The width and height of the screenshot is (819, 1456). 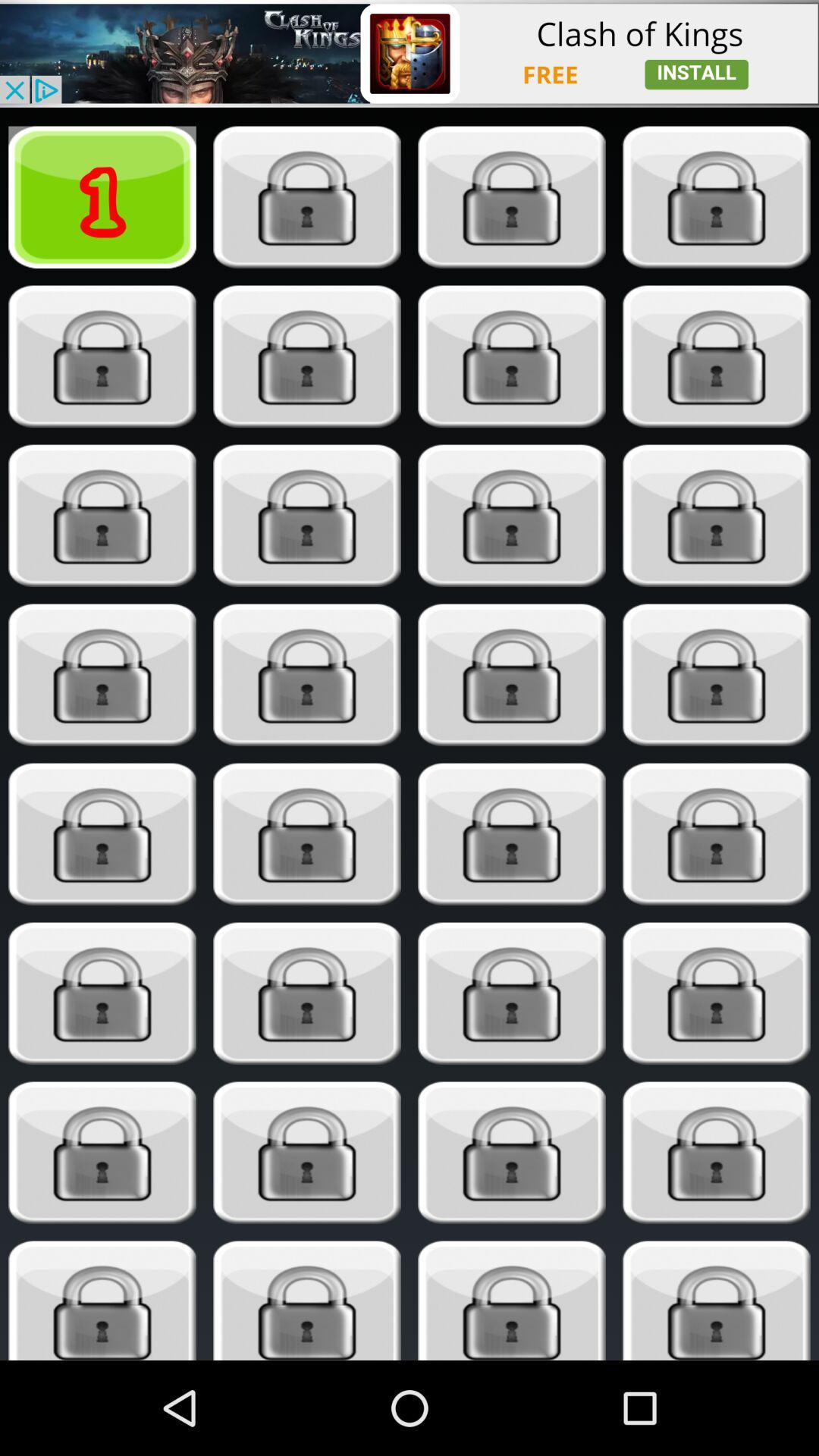 I want to click on unlock, so click(x=307, y=516).